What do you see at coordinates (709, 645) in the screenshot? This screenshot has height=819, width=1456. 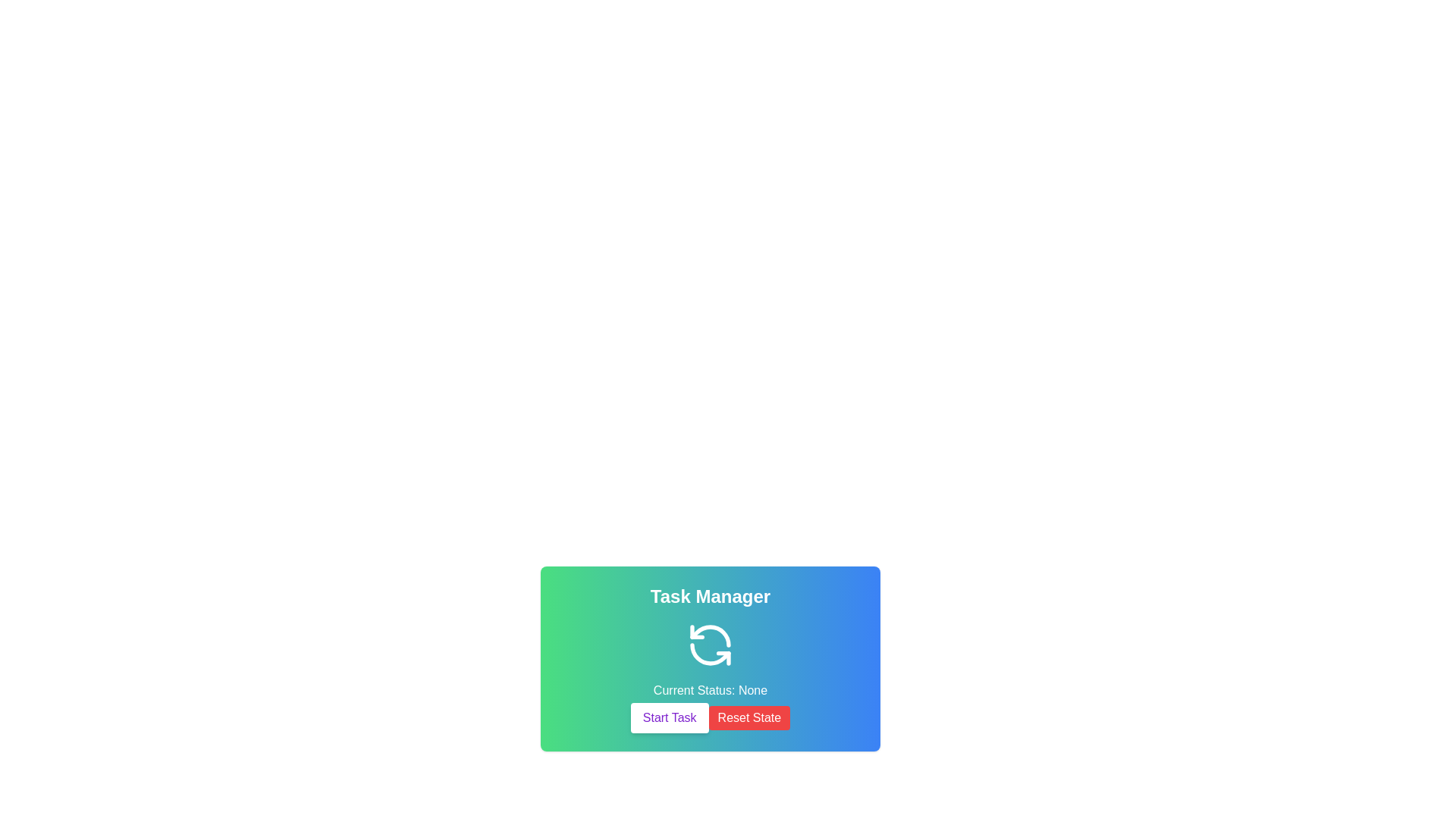 I see `the reset/reload icon located centrally within the 'Task Manager' card, which is positioned above the 'Current Status: None' text` at bounding box center [709, 645].